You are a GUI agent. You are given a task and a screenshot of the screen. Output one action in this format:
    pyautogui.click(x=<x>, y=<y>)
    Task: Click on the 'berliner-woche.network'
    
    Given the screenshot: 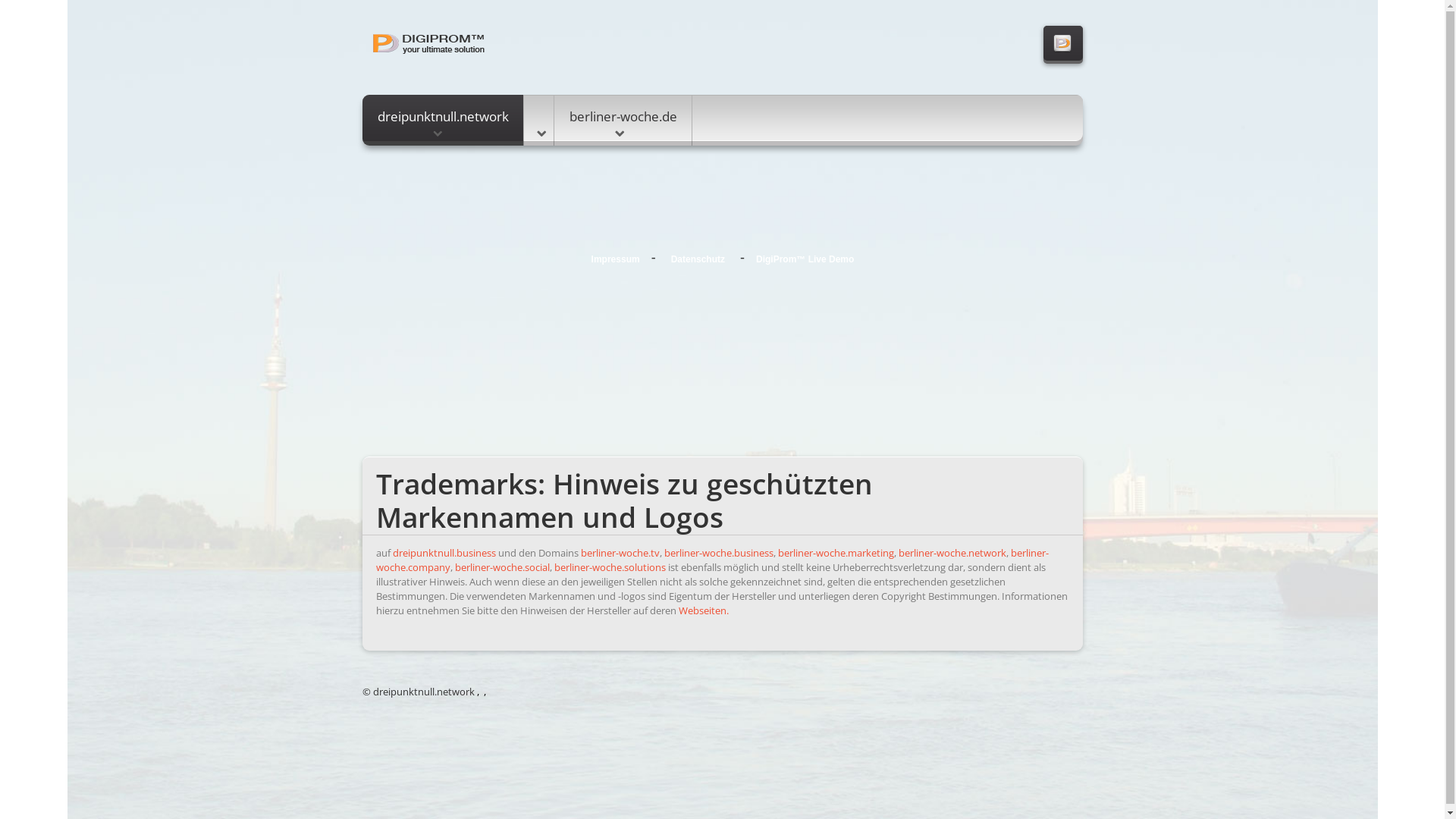 What is the action you would take?
    pyautogui.click(x=950, y=553)
    